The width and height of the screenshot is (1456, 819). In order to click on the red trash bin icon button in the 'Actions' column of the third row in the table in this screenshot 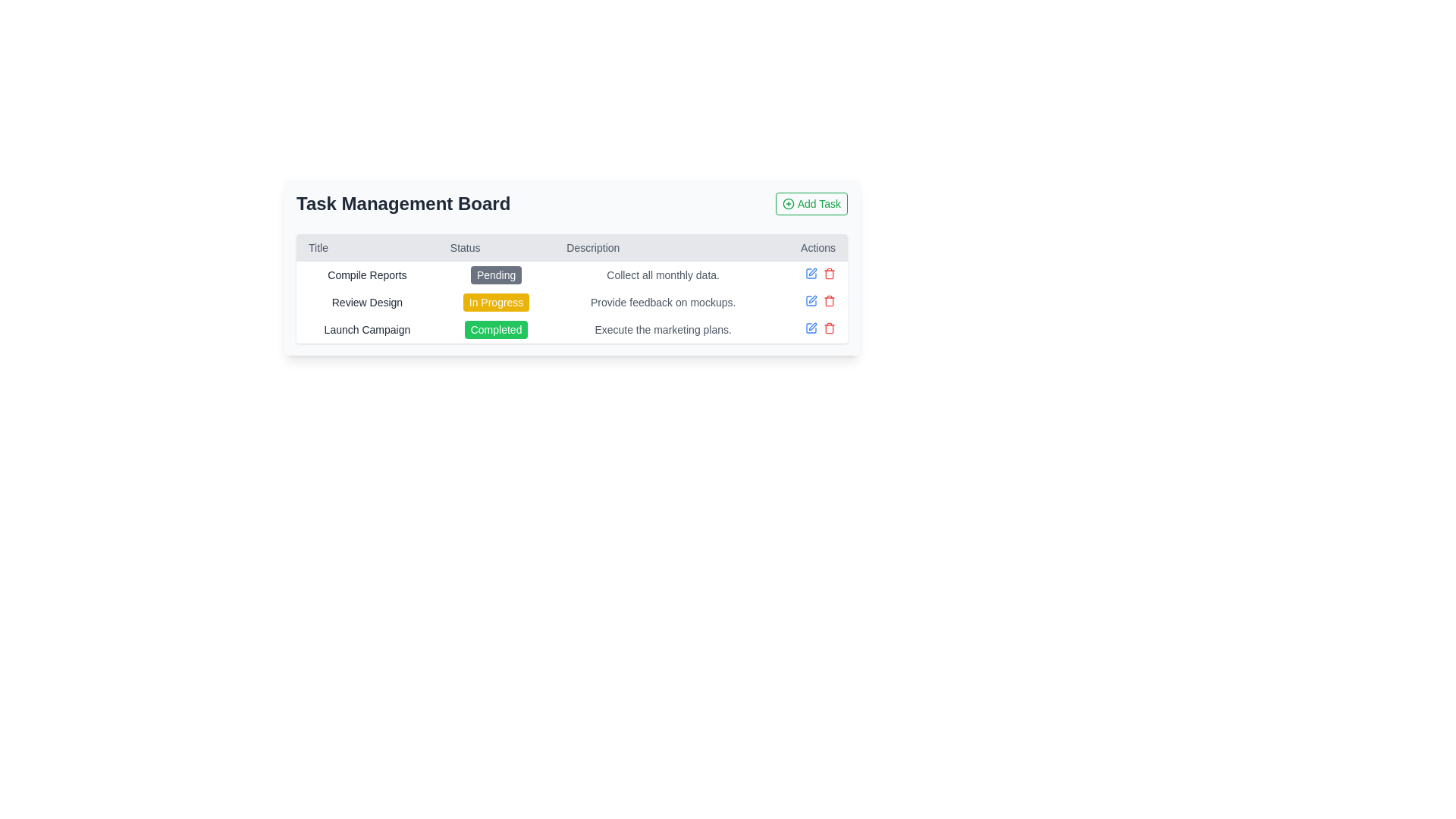, I will do `click(829, 301)`.